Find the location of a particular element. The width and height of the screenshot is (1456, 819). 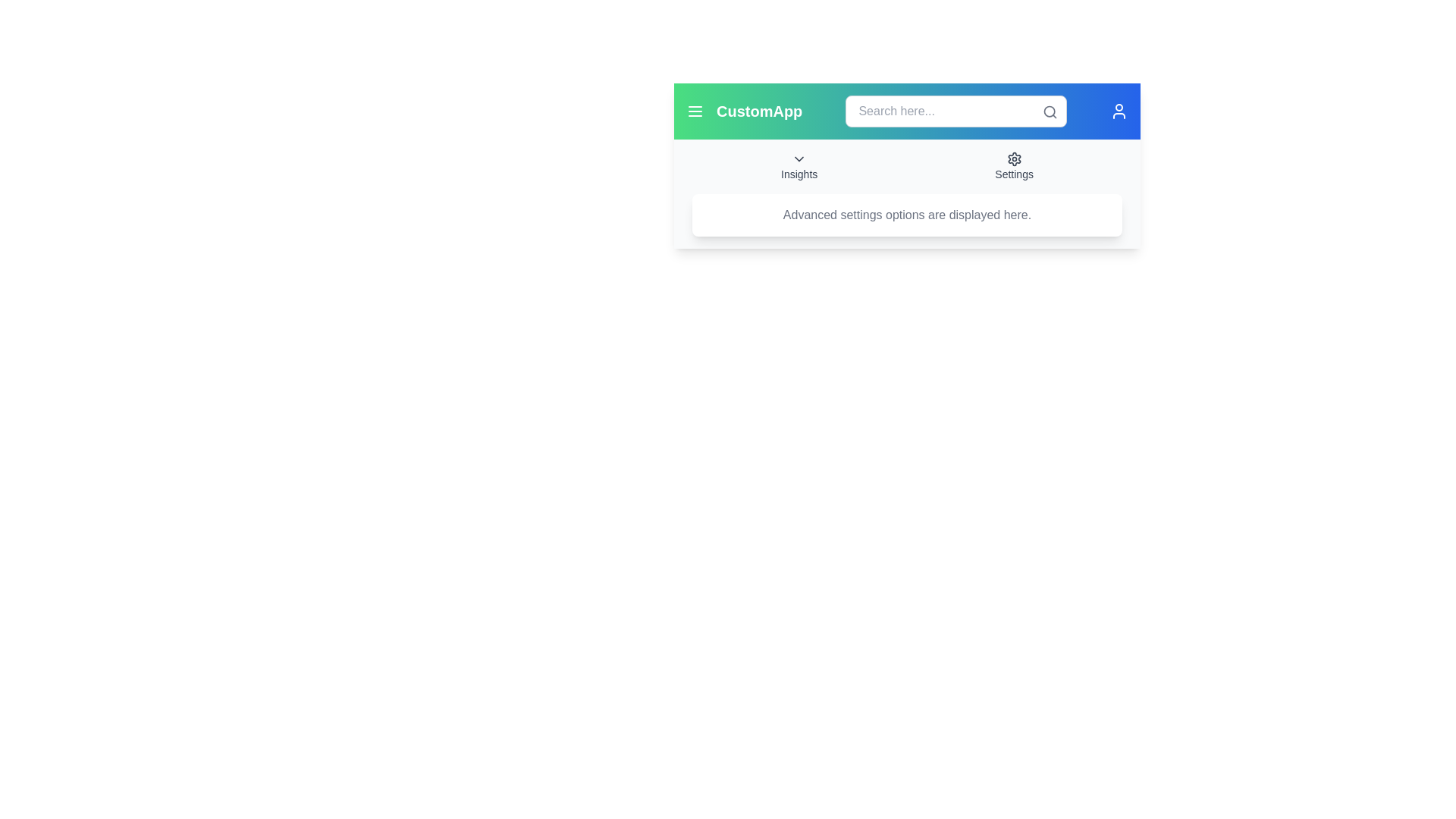

the search icon represented by a gray magnifying glass outline located in the top-right portion of the search input field is located at coordinates (1049, 111).